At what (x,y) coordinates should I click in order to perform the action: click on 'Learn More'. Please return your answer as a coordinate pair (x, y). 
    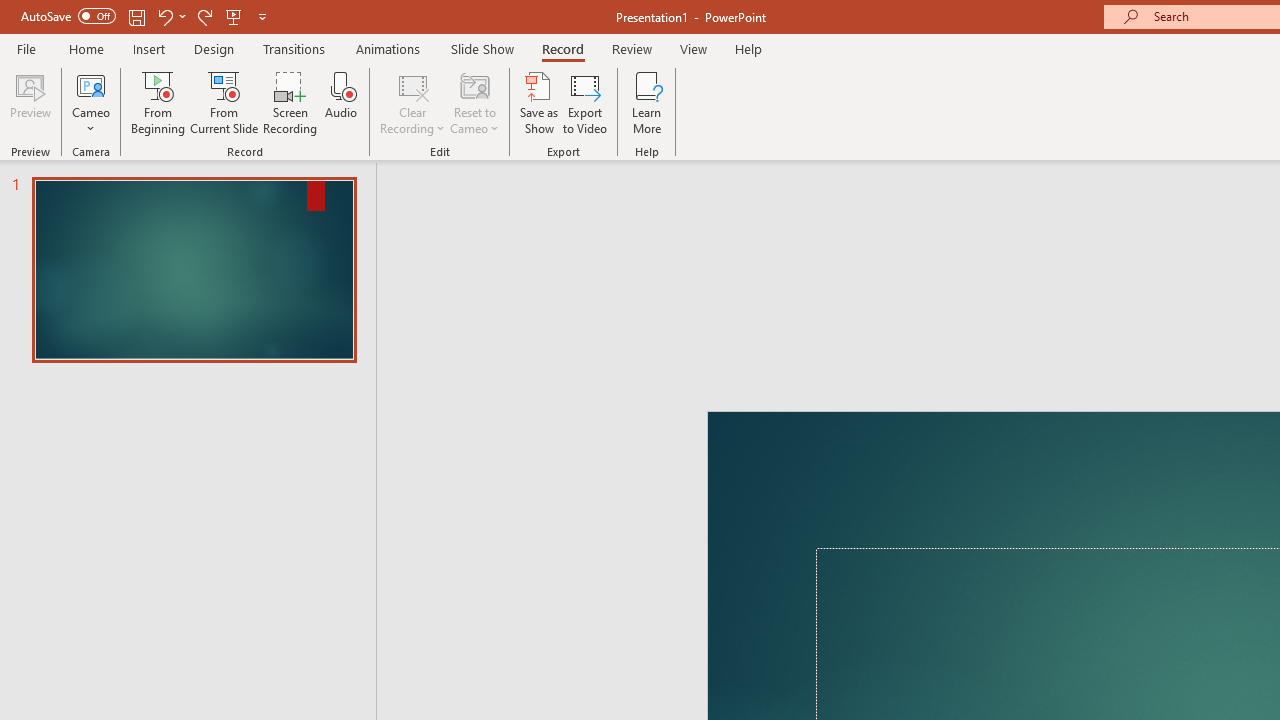
    Looking at the image, I should click on (647, 103).